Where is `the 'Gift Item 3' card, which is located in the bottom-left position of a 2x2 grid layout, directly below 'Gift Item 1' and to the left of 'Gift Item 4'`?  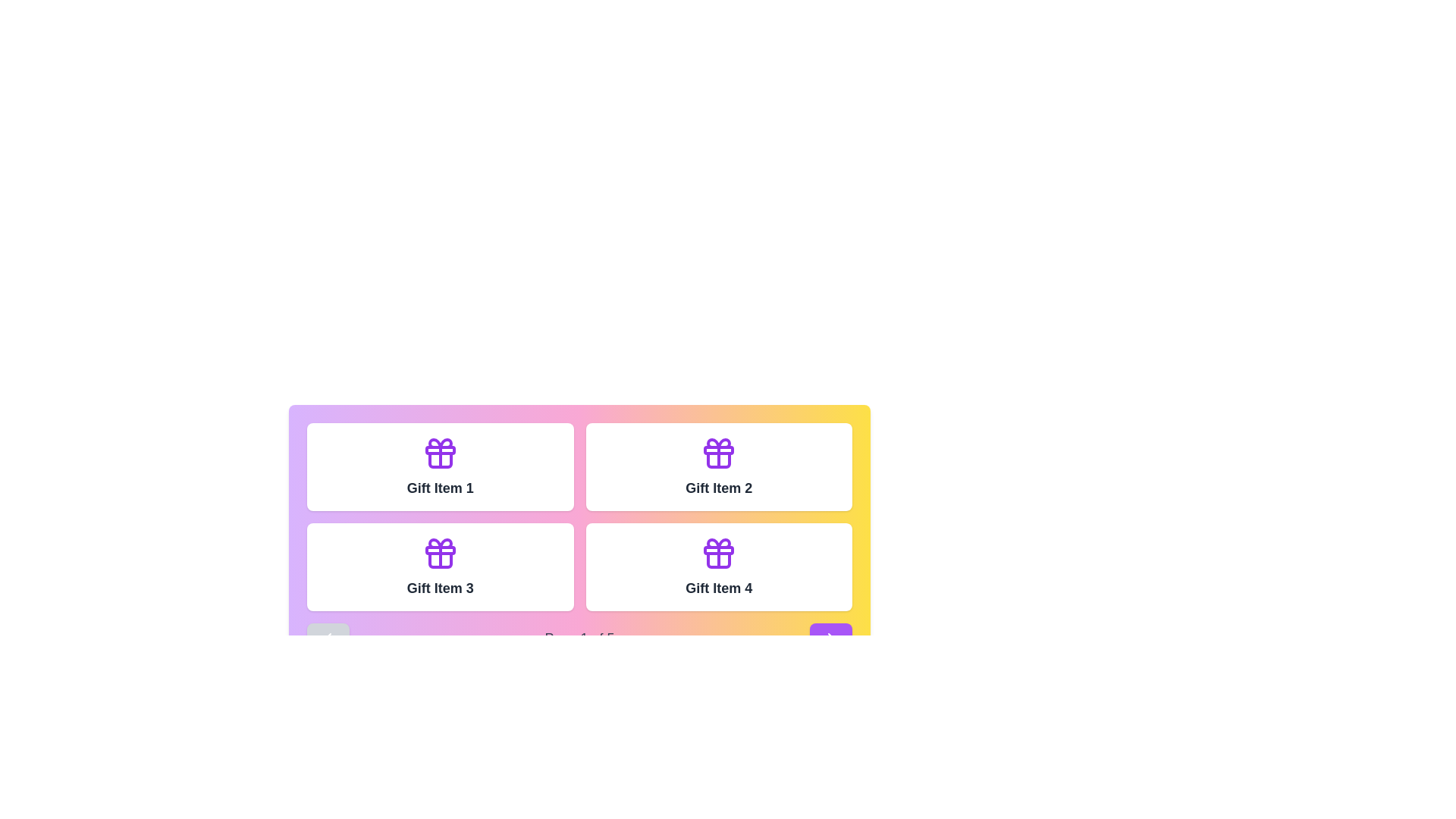 the 'Gift Item 3' card, which is located in the bottom-left position of a 2x2 grid layout, directly below 'Gift Item 1' and to the left of 'Gift Item 4' is located at coordinates (439, 567).